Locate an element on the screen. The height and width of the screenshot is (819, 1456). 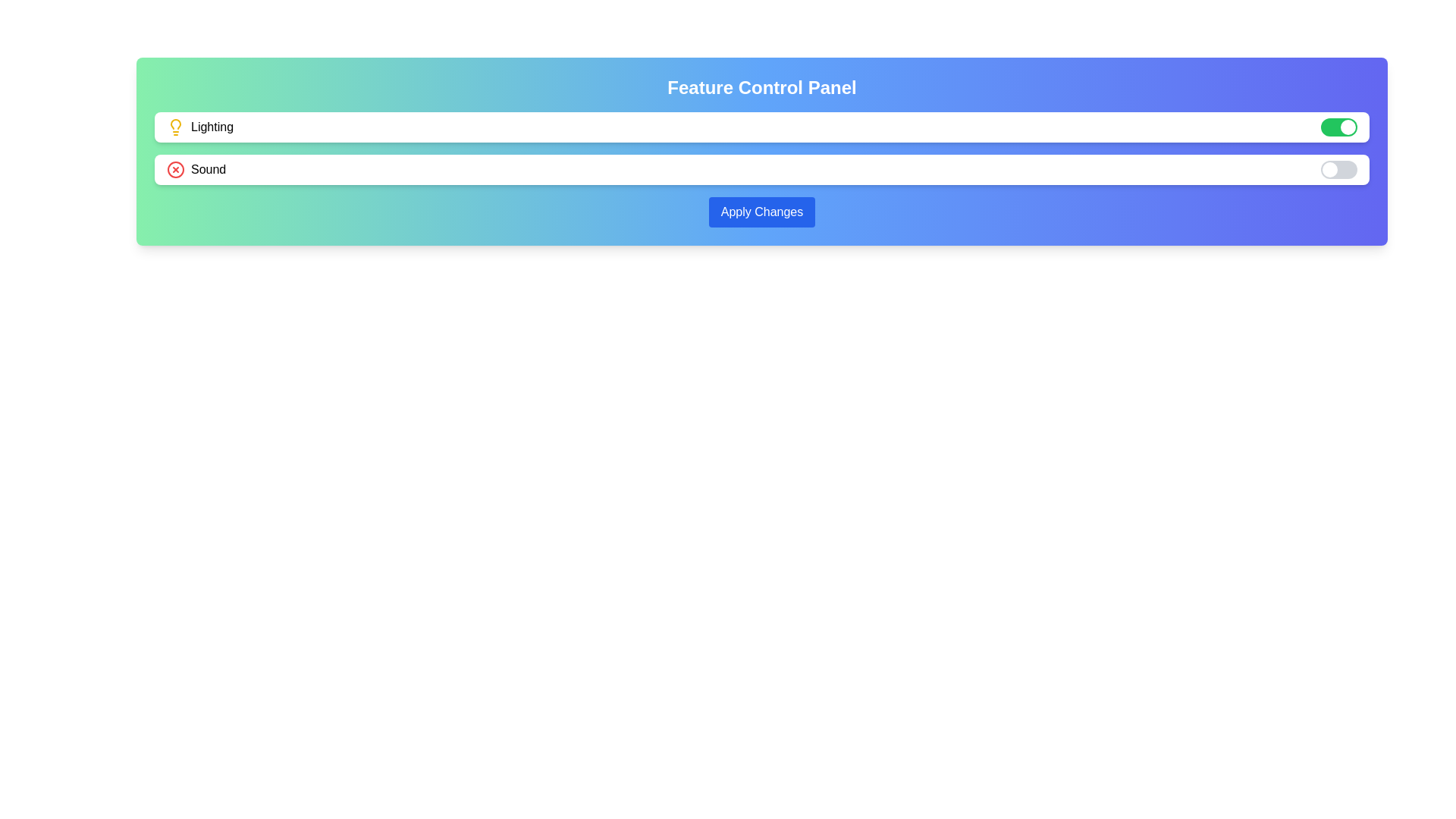
the toggle switch for the 'Lighting' feature to change its state between enabled and disabled is located at coordinates (1339, 127).